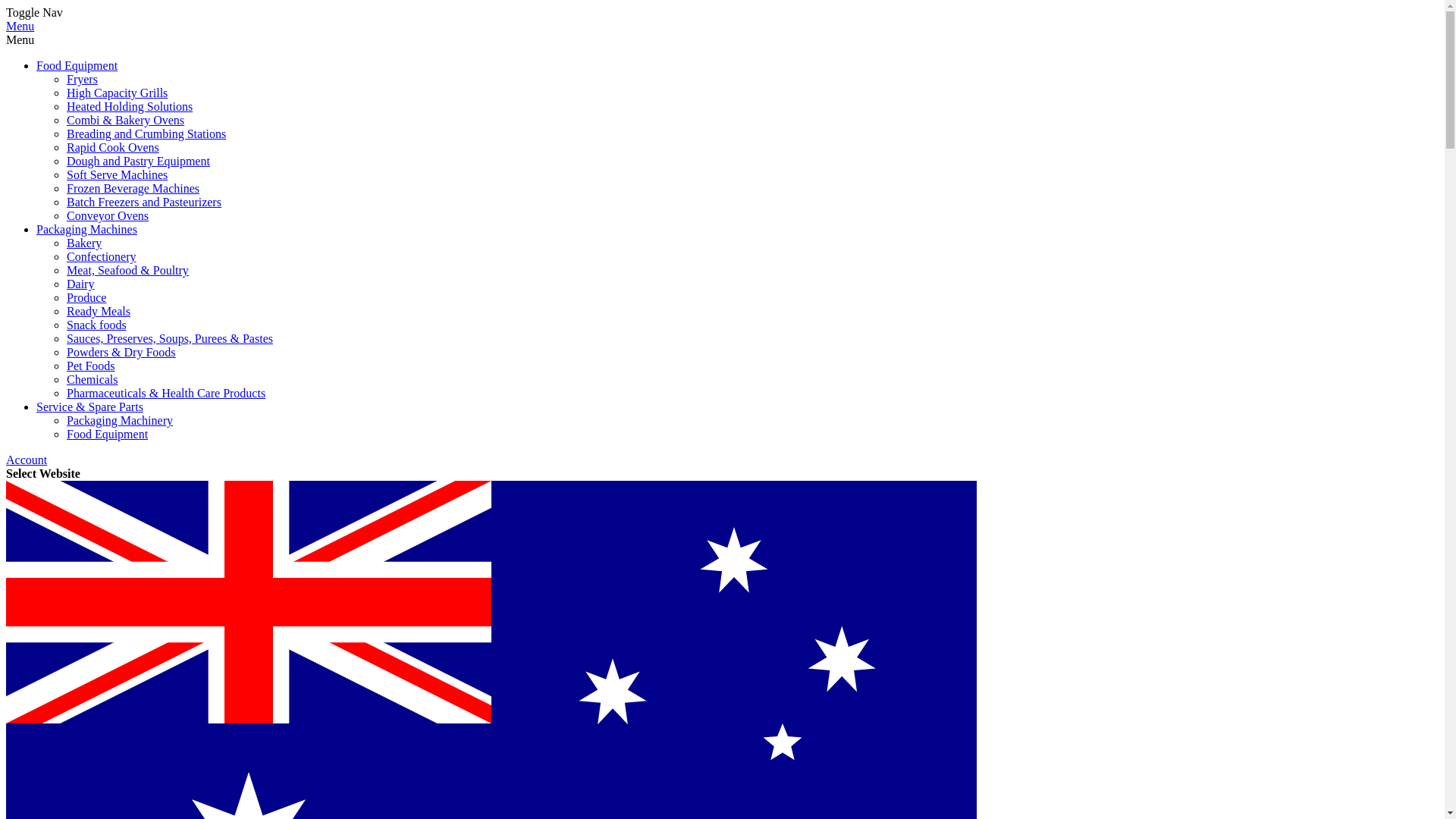 The image size is (1456, 819). What do you see at coordinates (96, 324) in the screenshot?
I see `'Snack foods'` at bounding box center [96, 324].